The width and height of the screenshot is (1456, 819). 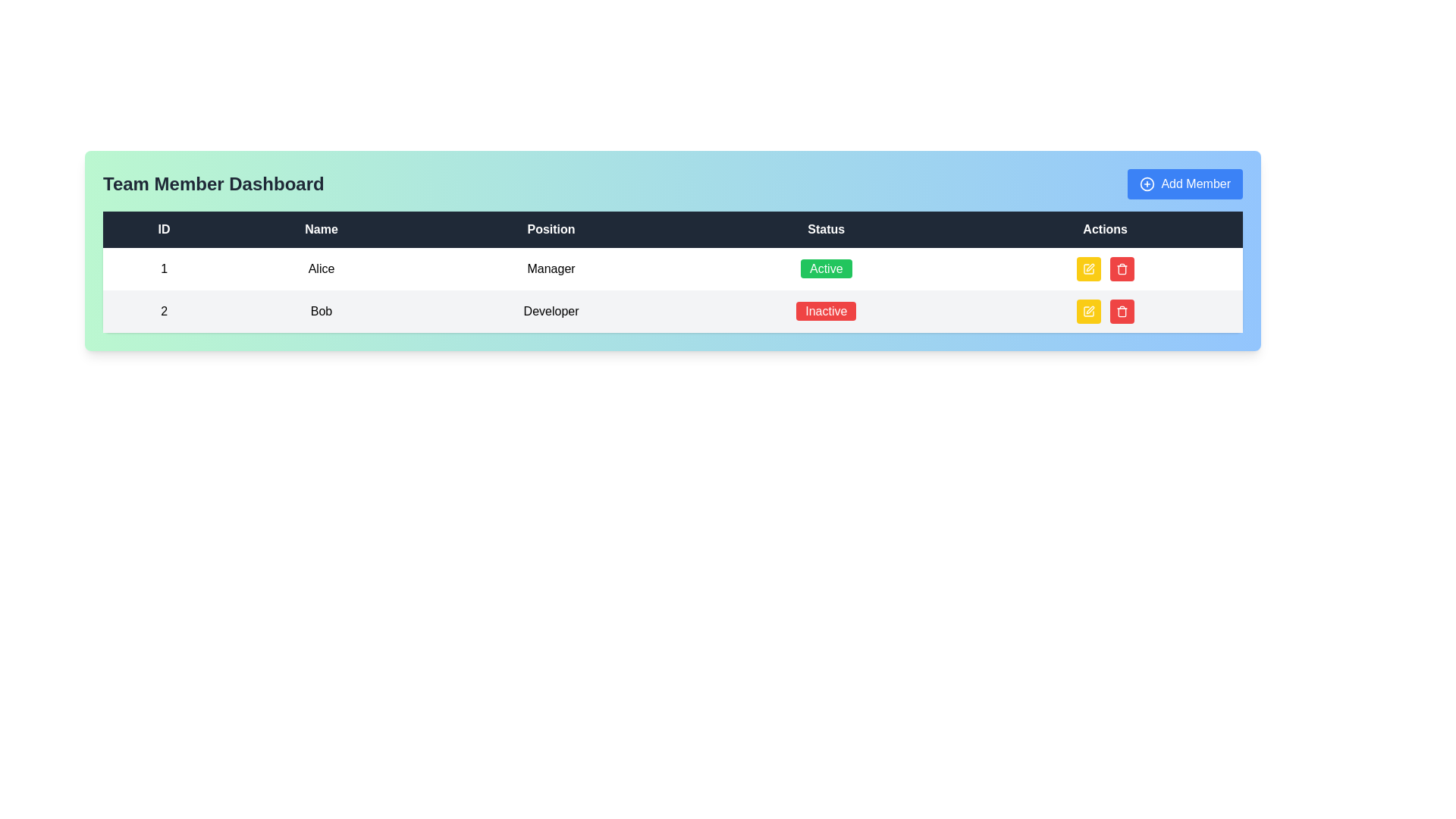 I want to click on the yellow rounded square icon button in the 'Actions' column of the second row, so click(x=1087, y=311).